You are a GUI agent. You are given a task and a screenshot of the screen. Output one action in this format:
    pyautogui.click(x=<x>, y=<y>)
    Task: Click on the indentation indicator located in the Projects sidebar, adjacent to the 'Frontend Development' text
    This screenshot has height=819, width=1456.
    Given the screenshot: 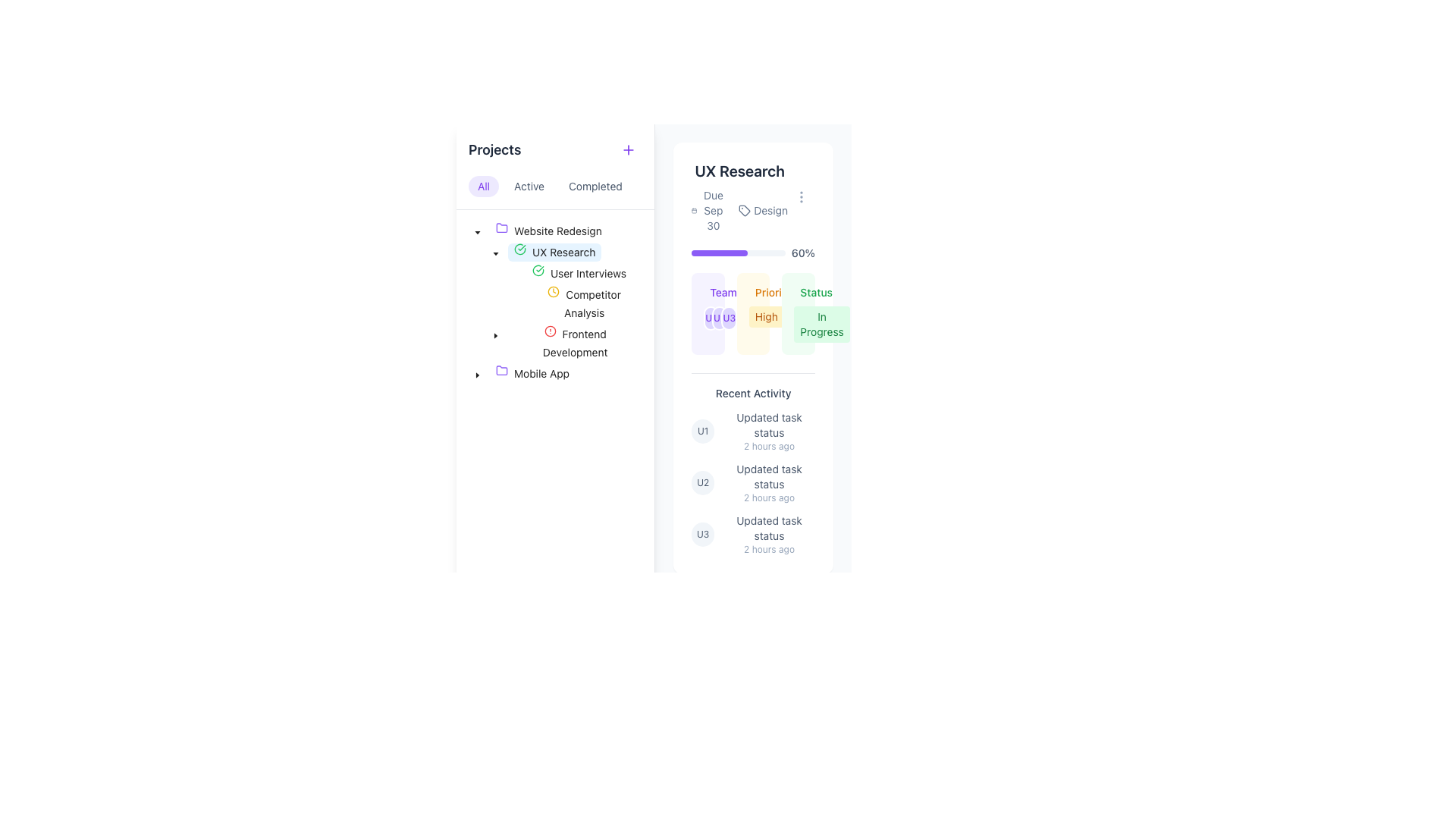 What is the action you would take?
    pyautogui.click(x=476, y=343)
    